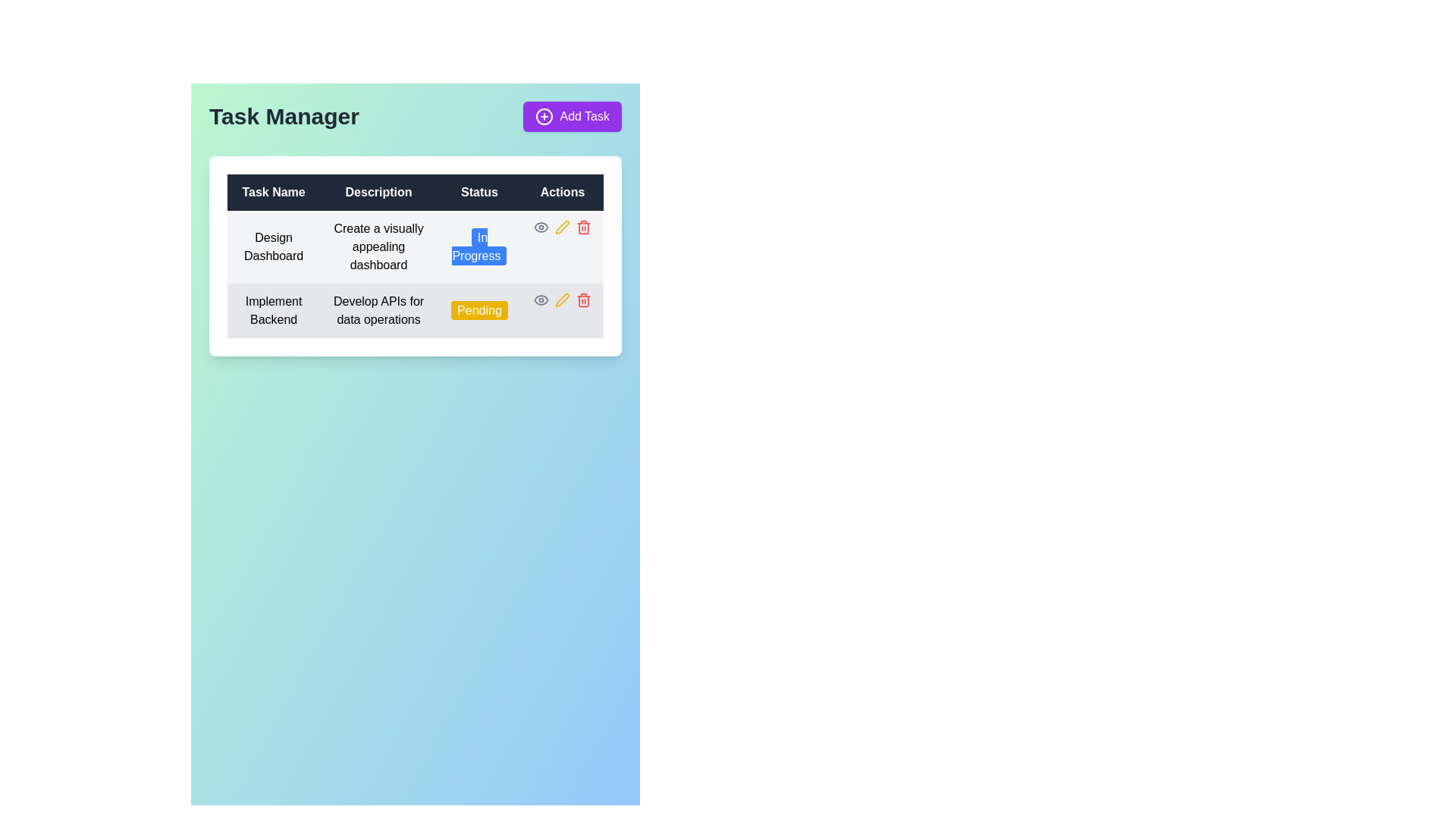 Image resolution: width=1456 pixels, height=819 pixels. Describe the element at coordinates (582, 227) in the screenshot. I see `the red trash bin-shaped icon button located in the last row of the 'Actions' column` at that location.